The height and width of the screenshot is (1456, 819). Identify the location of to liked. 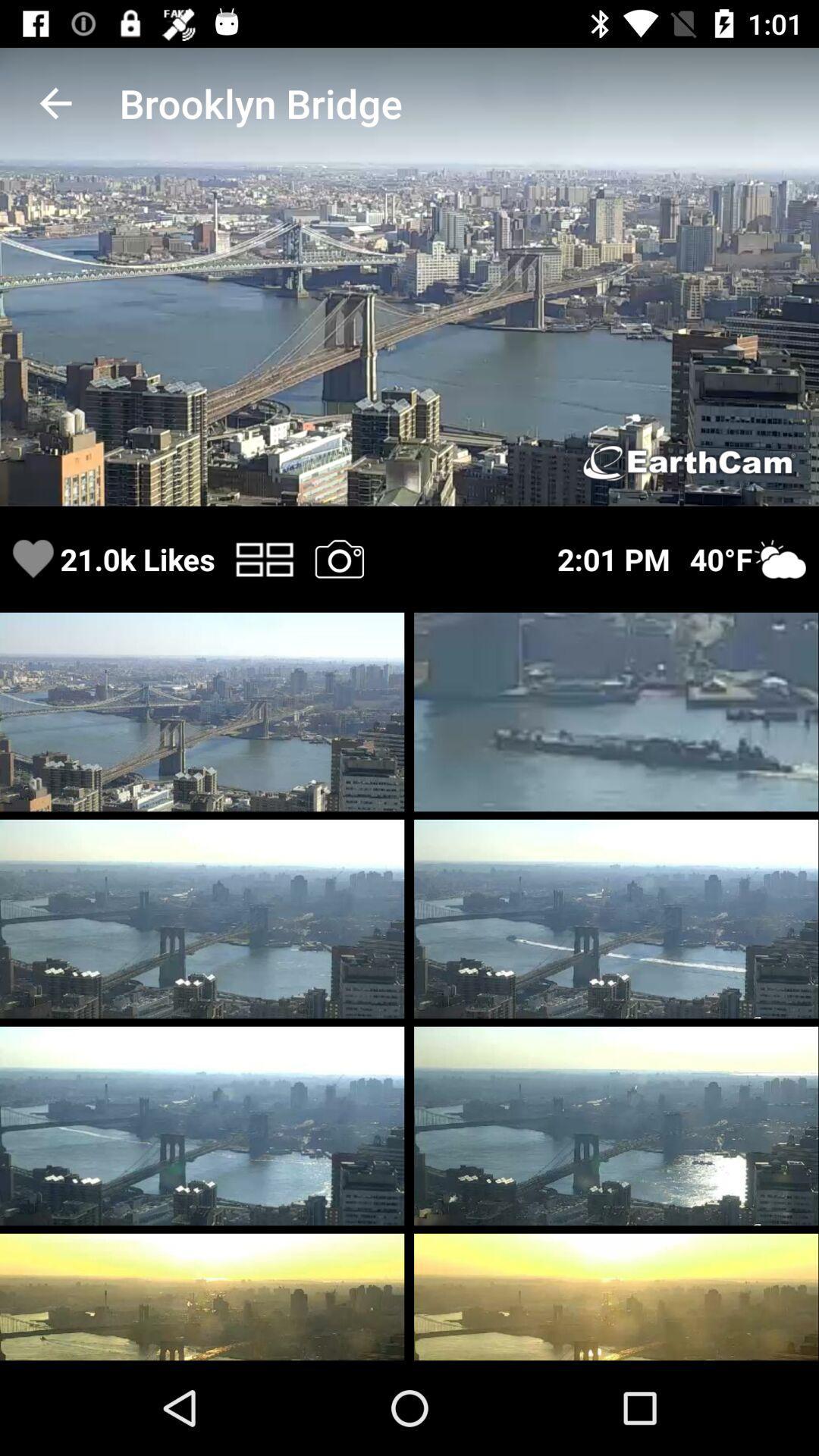
(33, 558).